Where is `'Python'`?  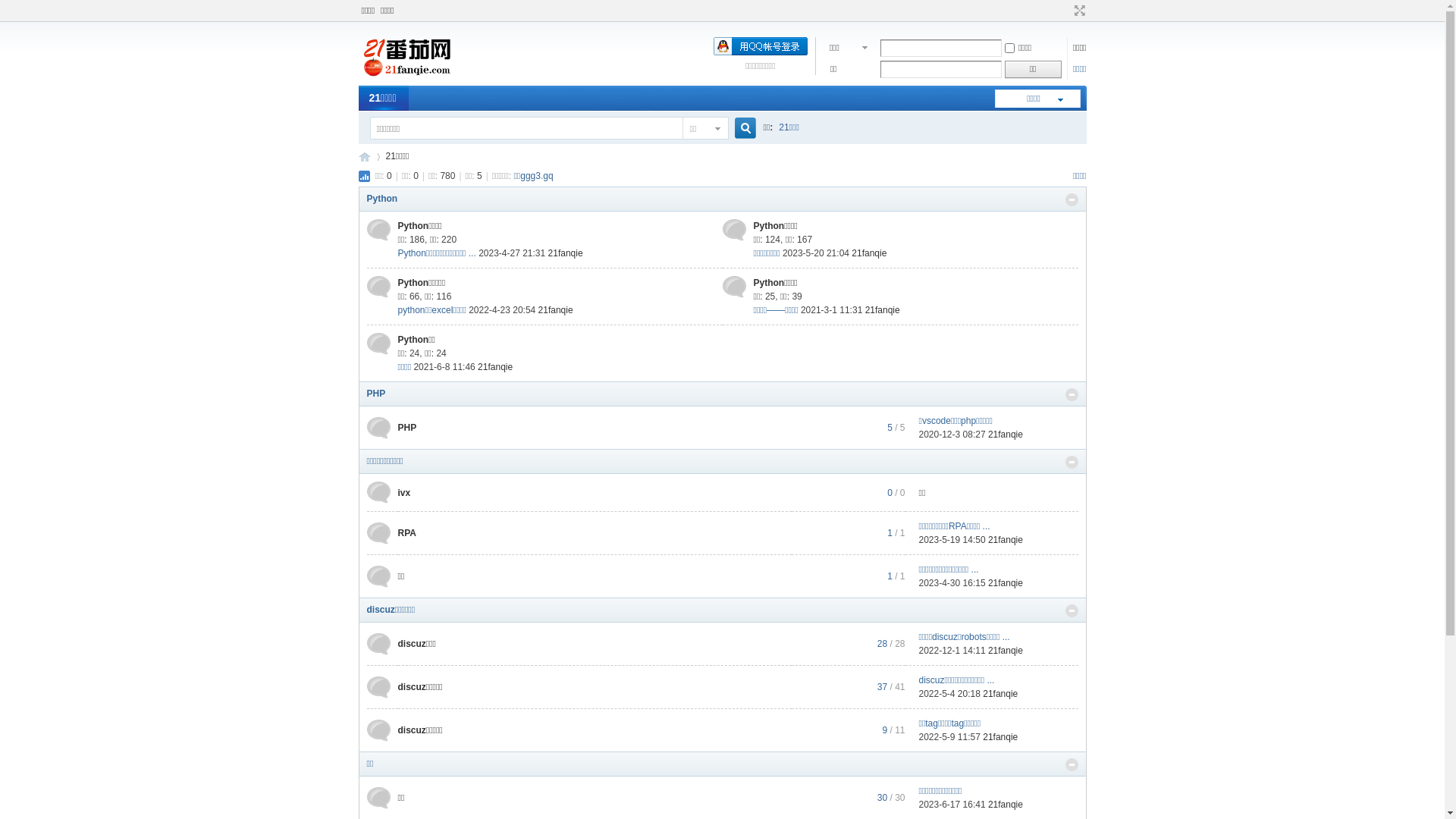 'Python' is located at coordinates (382, 198).